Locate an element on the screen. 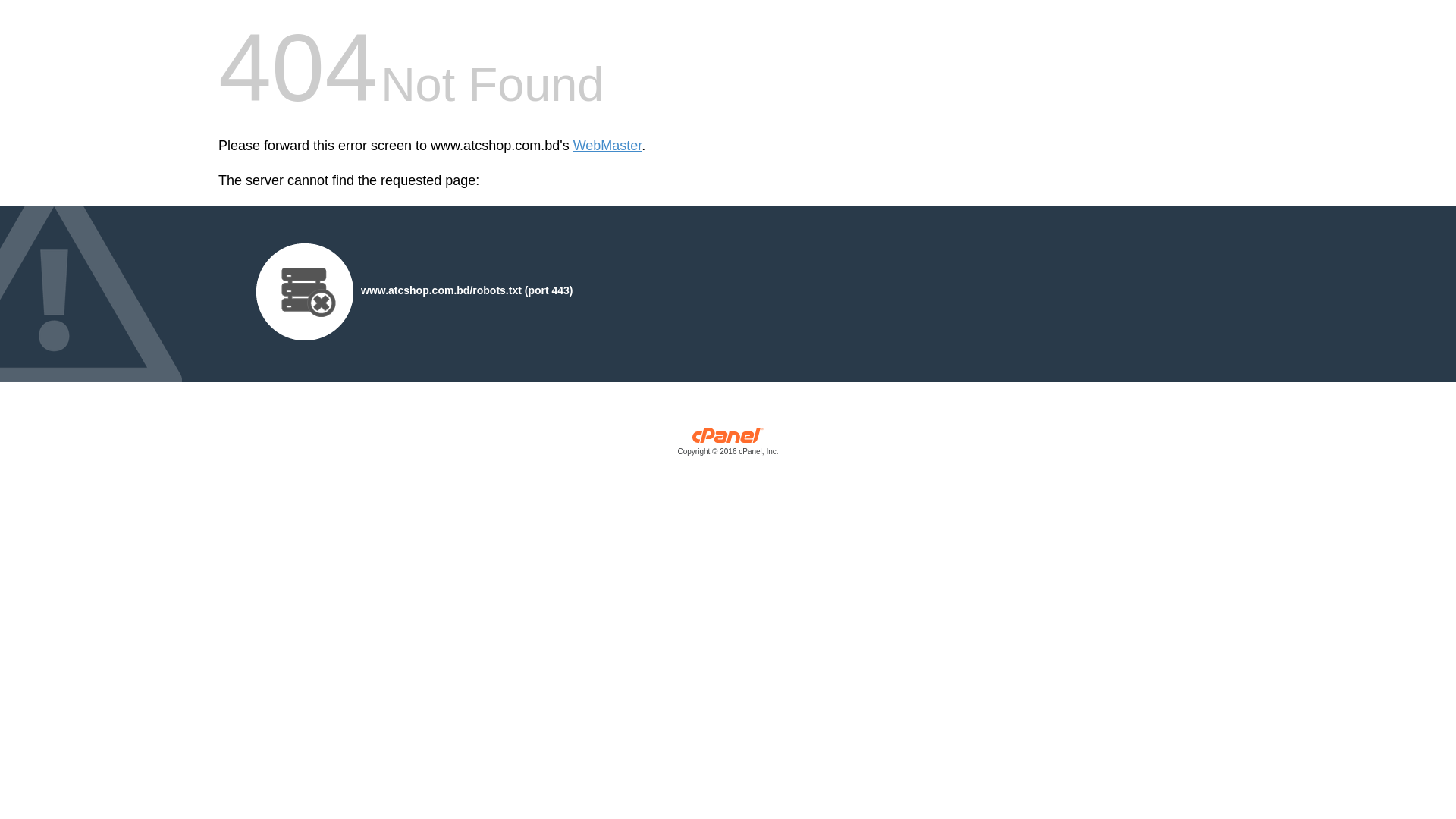 The image size is (1456, 819). 'WebMaster' is located at coordinates (607, 146).